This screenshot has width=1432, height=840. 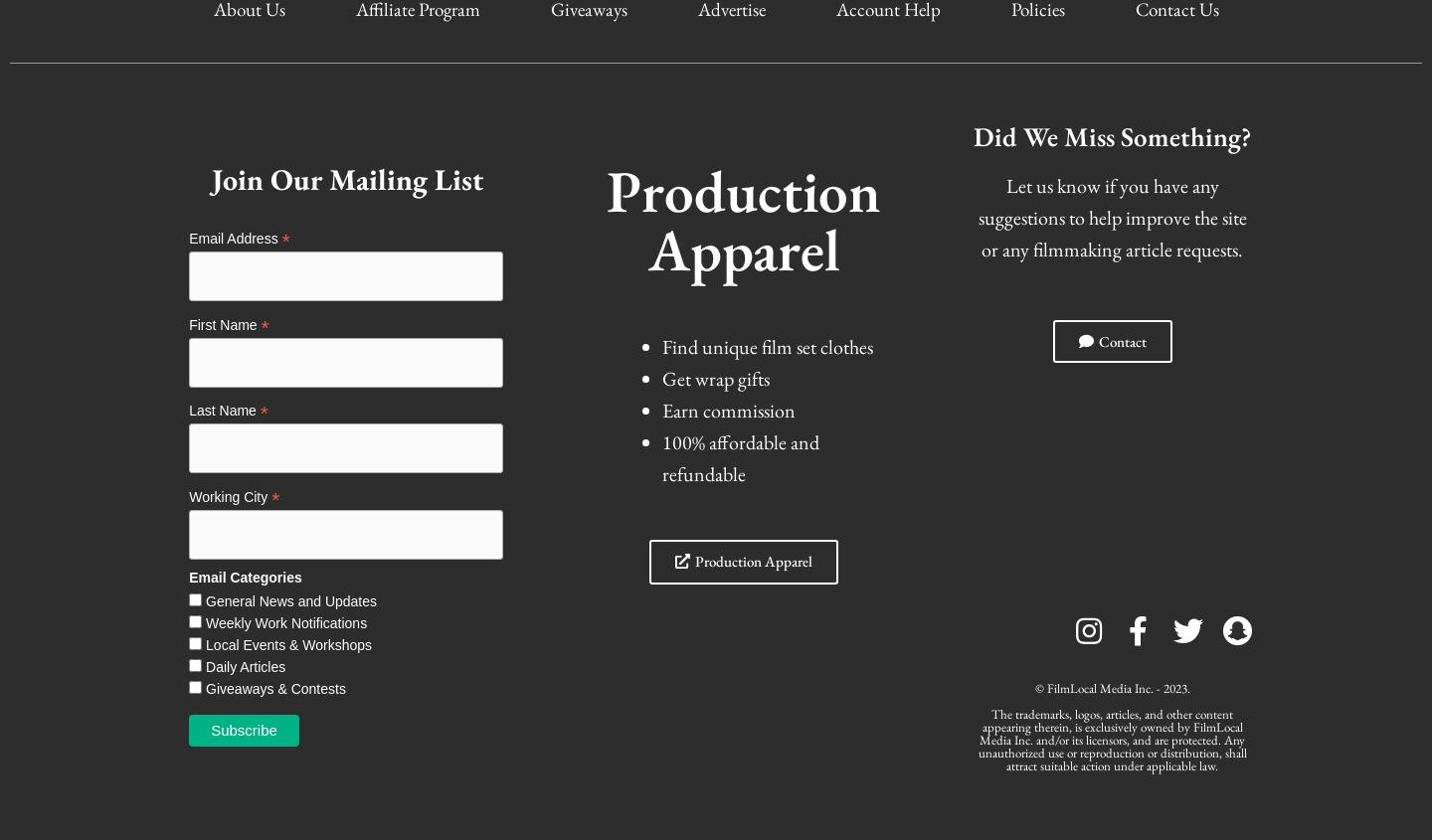 What do you see at coordinates (753, 560) in the screenshot?
I see `'Production Apparel'` at bounding box center [753, 560].